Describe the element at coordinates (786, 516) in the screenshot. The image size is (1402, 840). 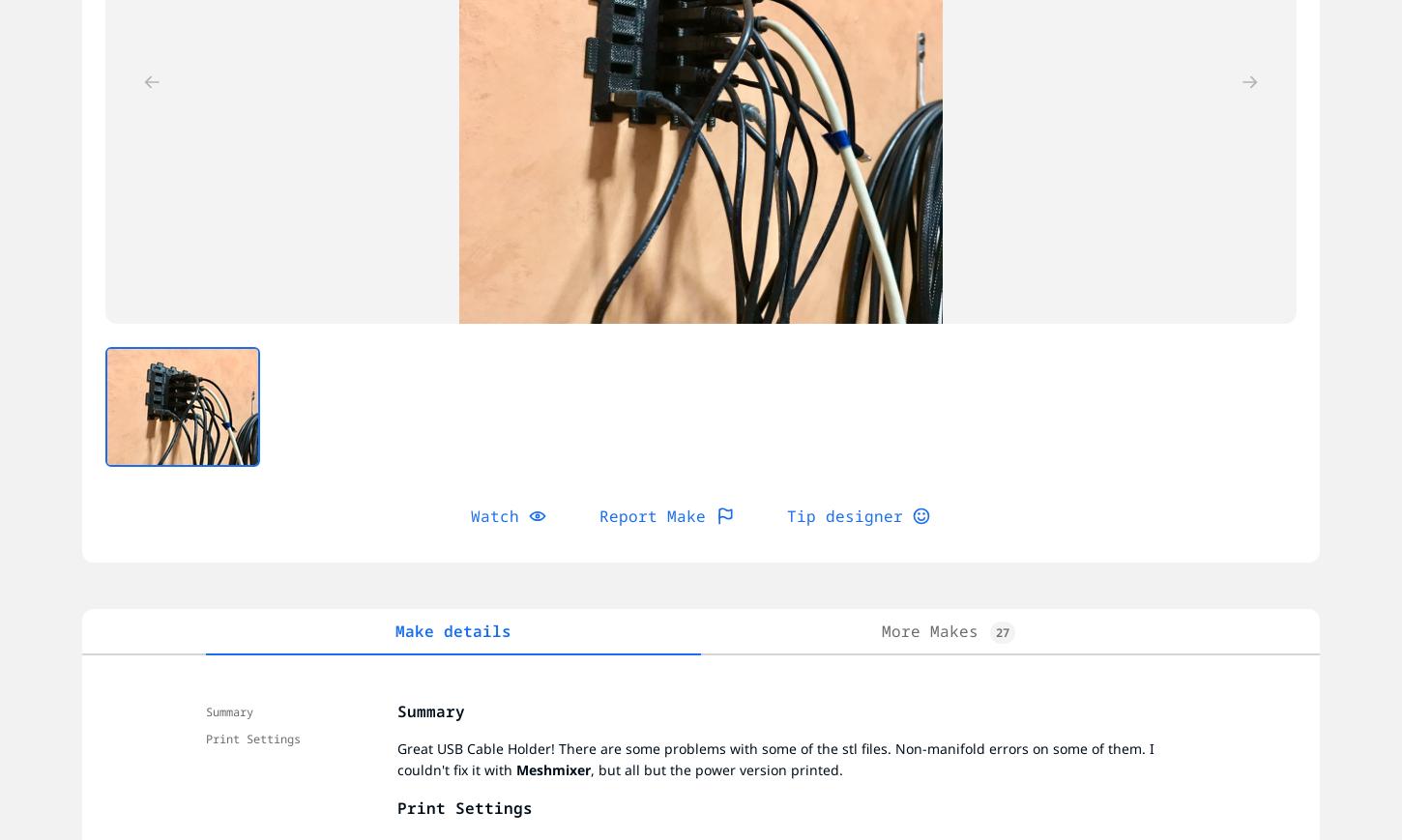
I see `'Tip designer'` at that location.